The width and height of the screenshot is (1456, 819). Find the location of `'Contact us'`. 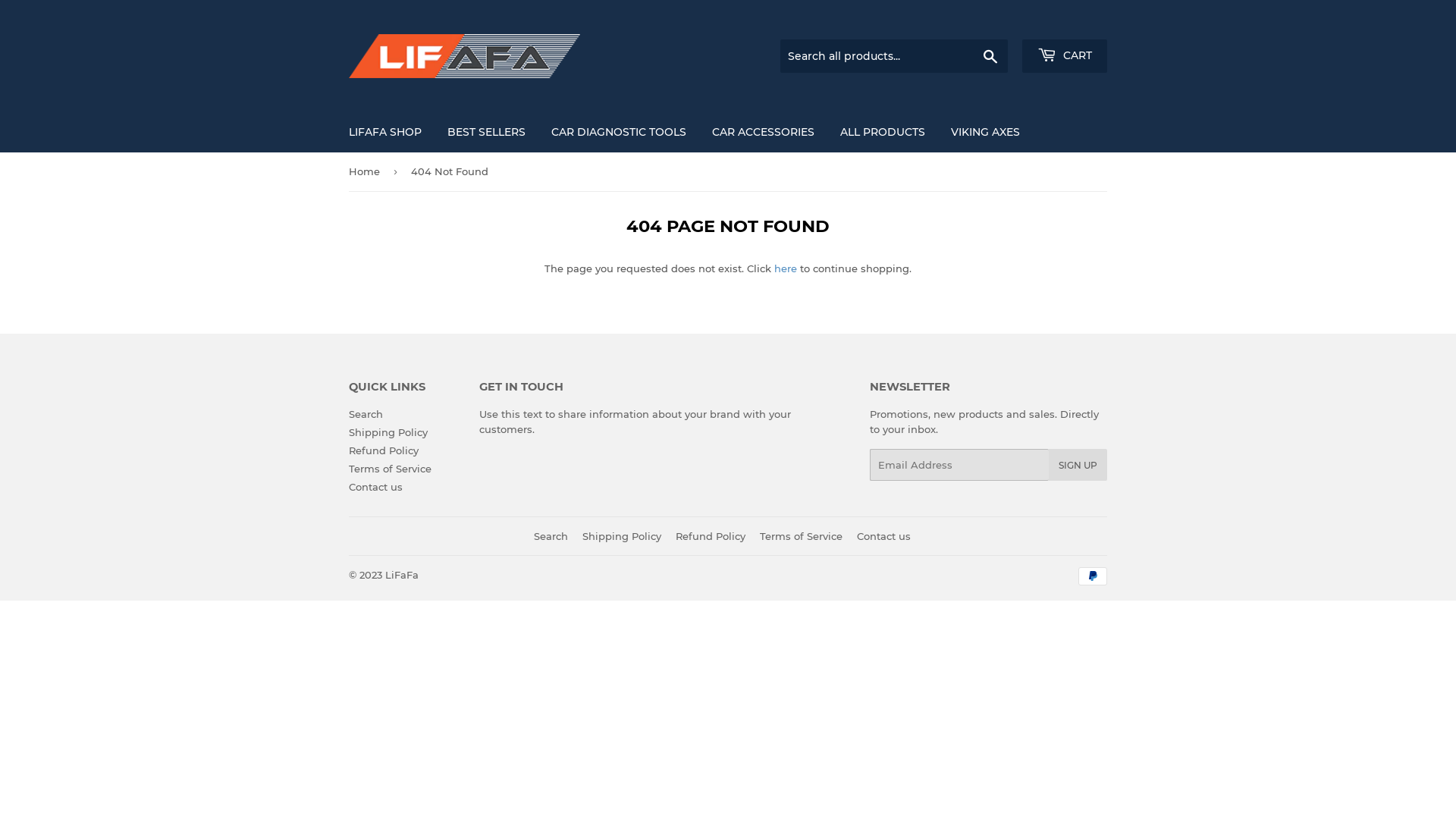

'Contact us' is located at coordinates (883, 534).